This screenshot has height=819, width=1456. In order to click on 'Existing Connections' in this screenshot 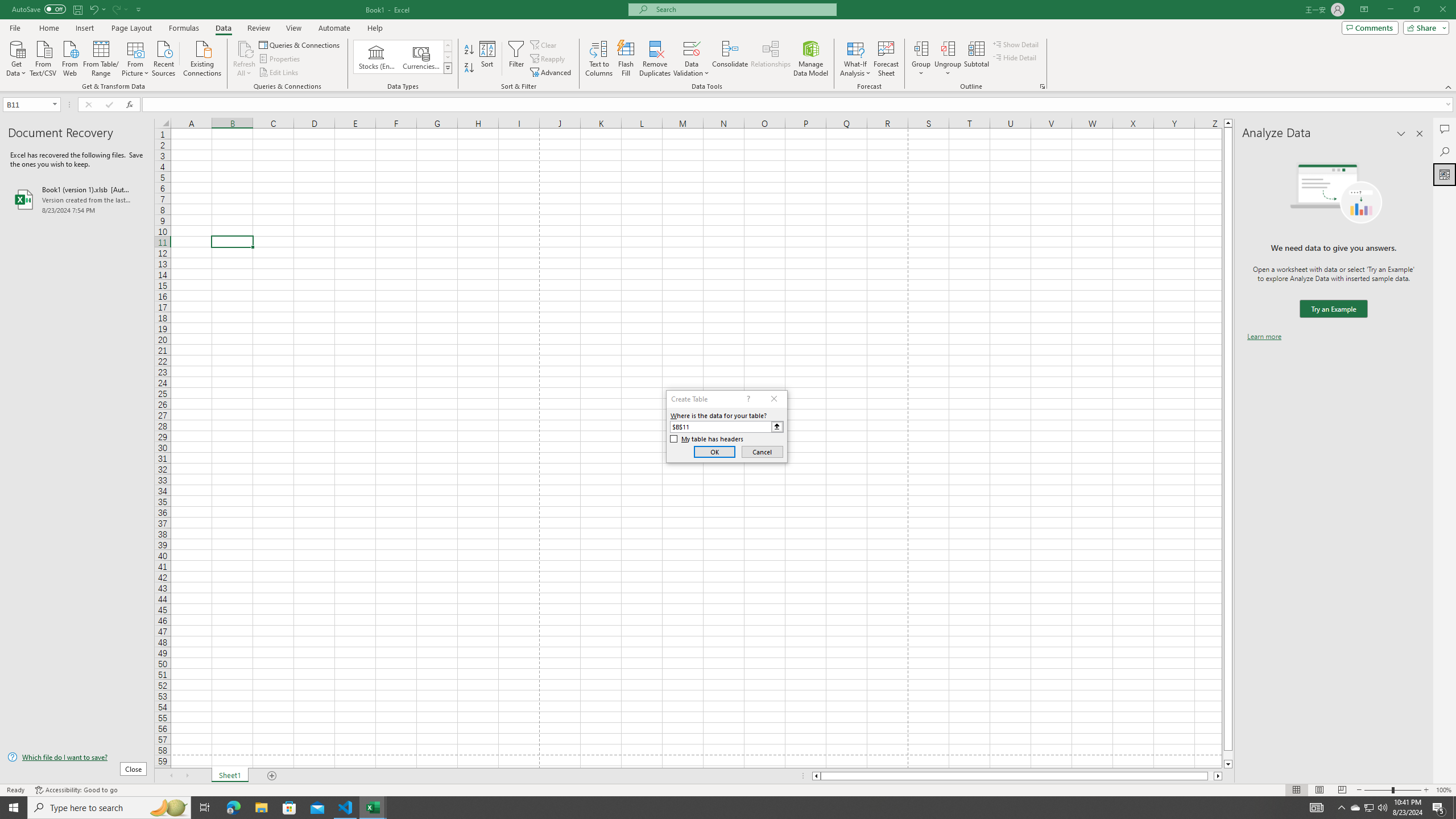, I will do `click(201, 57)`.